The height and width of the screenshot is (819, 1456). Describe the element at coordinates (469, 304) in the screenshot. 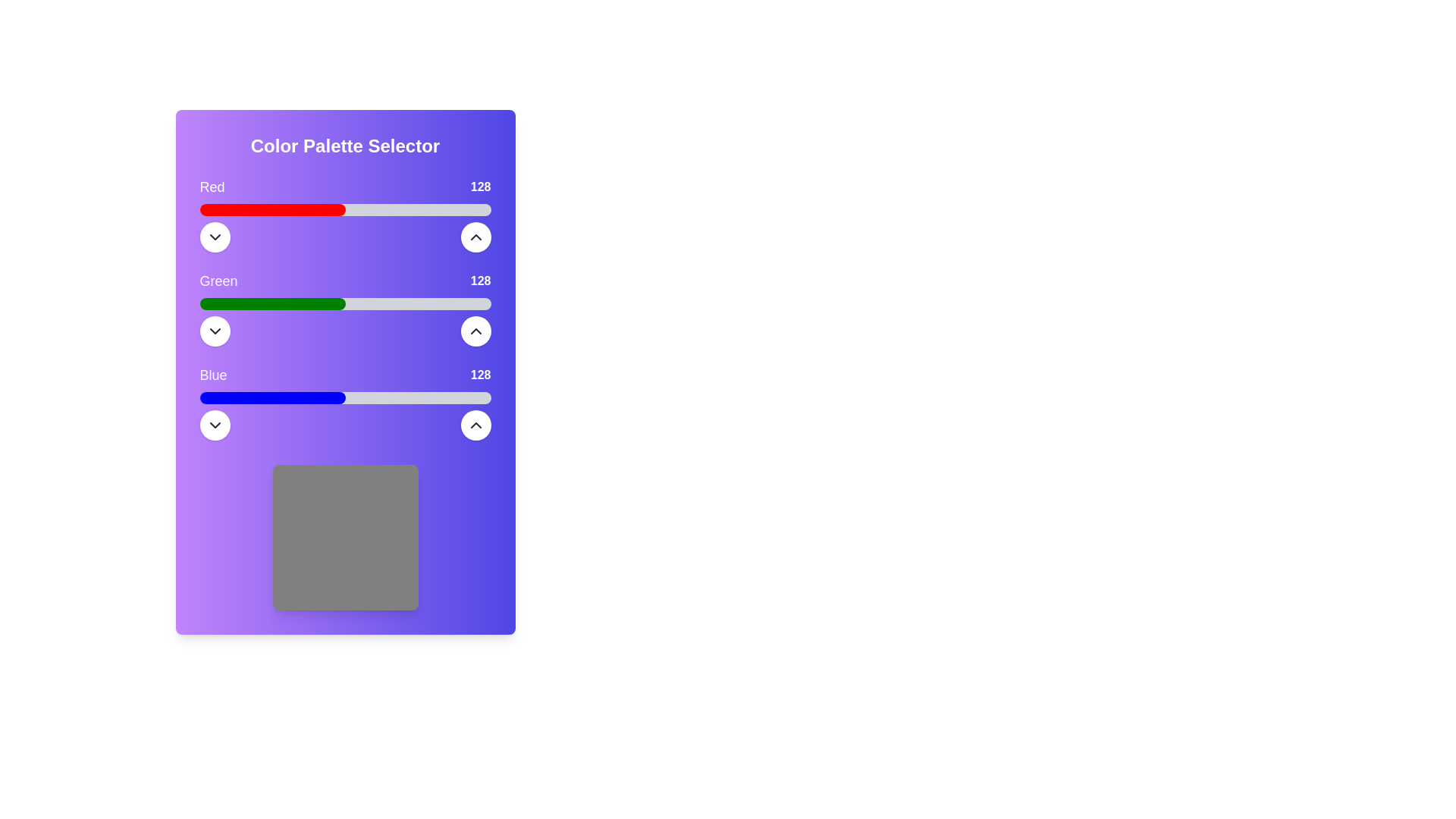

I see `the green component of the color` at that location.